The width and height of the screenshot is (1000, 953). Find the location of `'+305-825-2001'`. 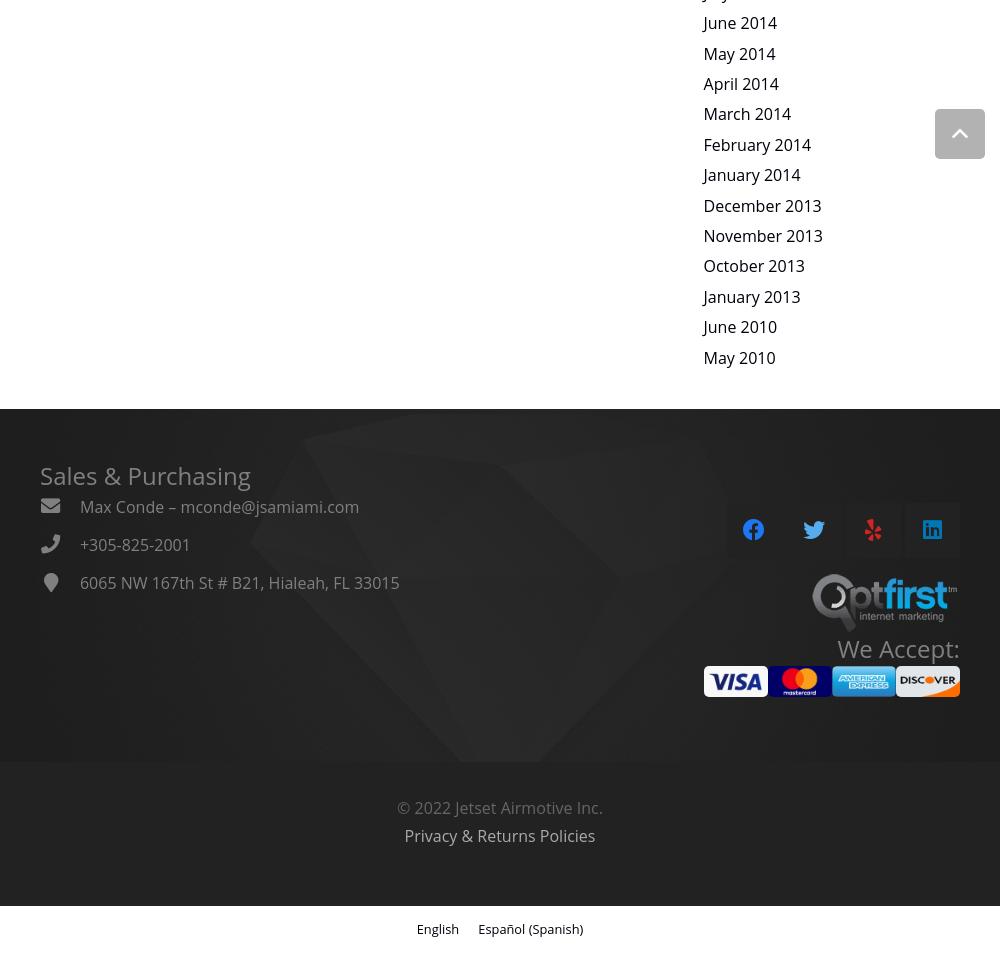

'+305-825-2001' is located at coordinates (134, 543).